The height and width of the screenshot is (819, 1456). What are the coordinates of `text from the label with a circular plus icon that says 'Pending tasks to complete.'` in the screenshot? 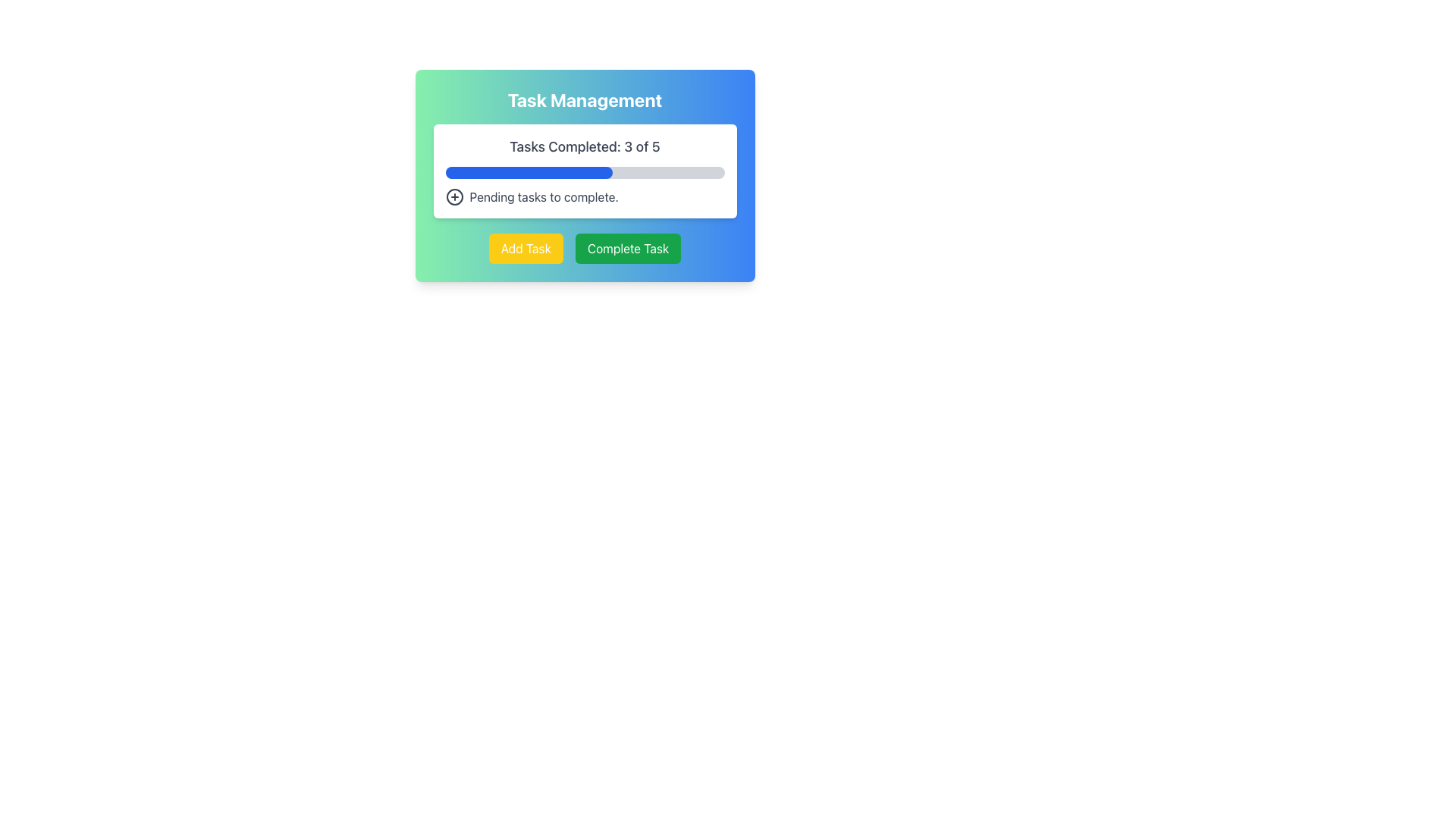 It's located at (584, 196).